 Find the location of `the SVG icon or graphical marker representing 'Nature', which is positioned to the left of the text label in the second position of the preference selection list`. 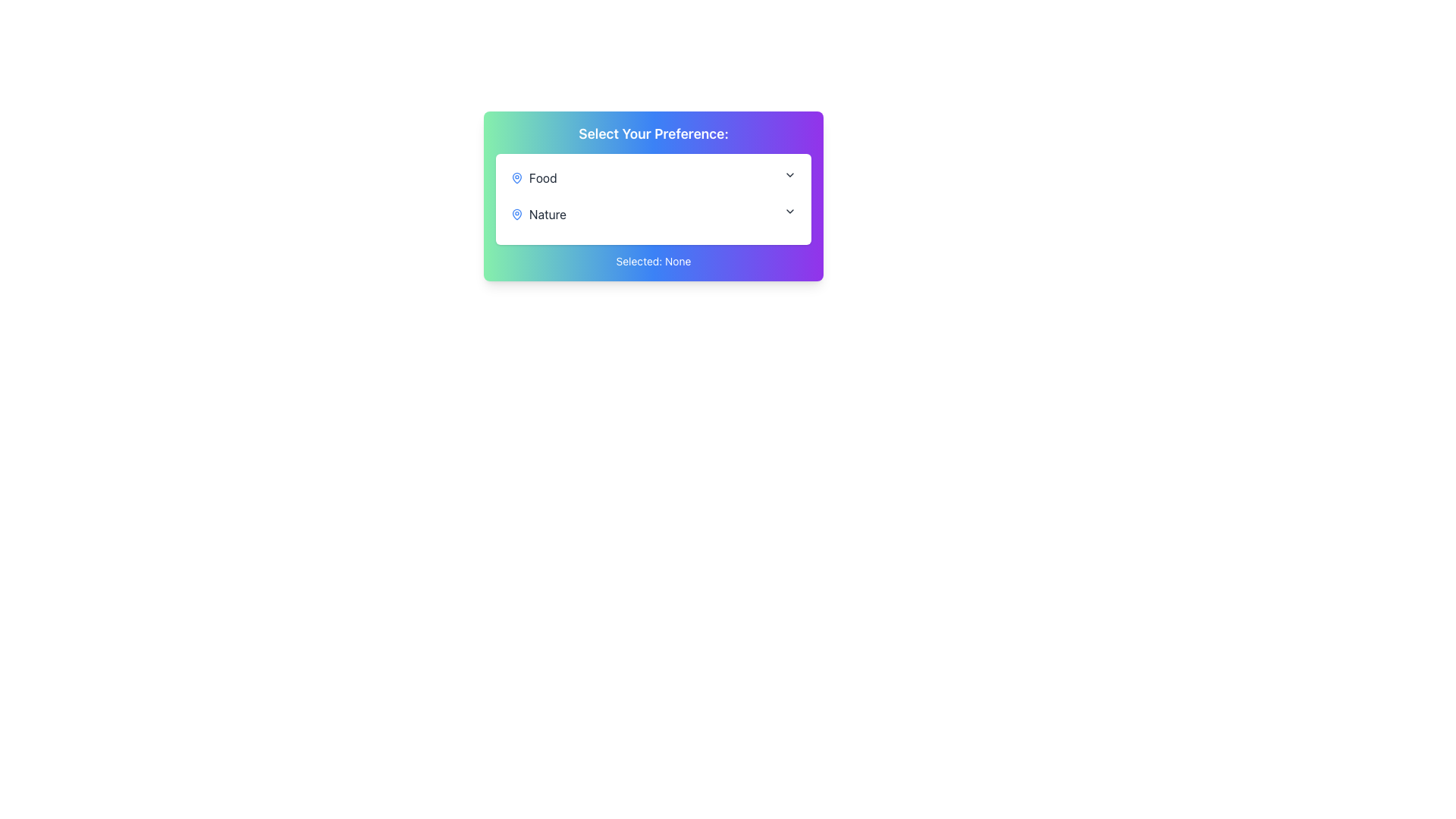

the SVG icon or graphical marker representing 'Nature', which is positioned to the left of the text label in the second position of the preference selection list is located at coordinates (516, 213).